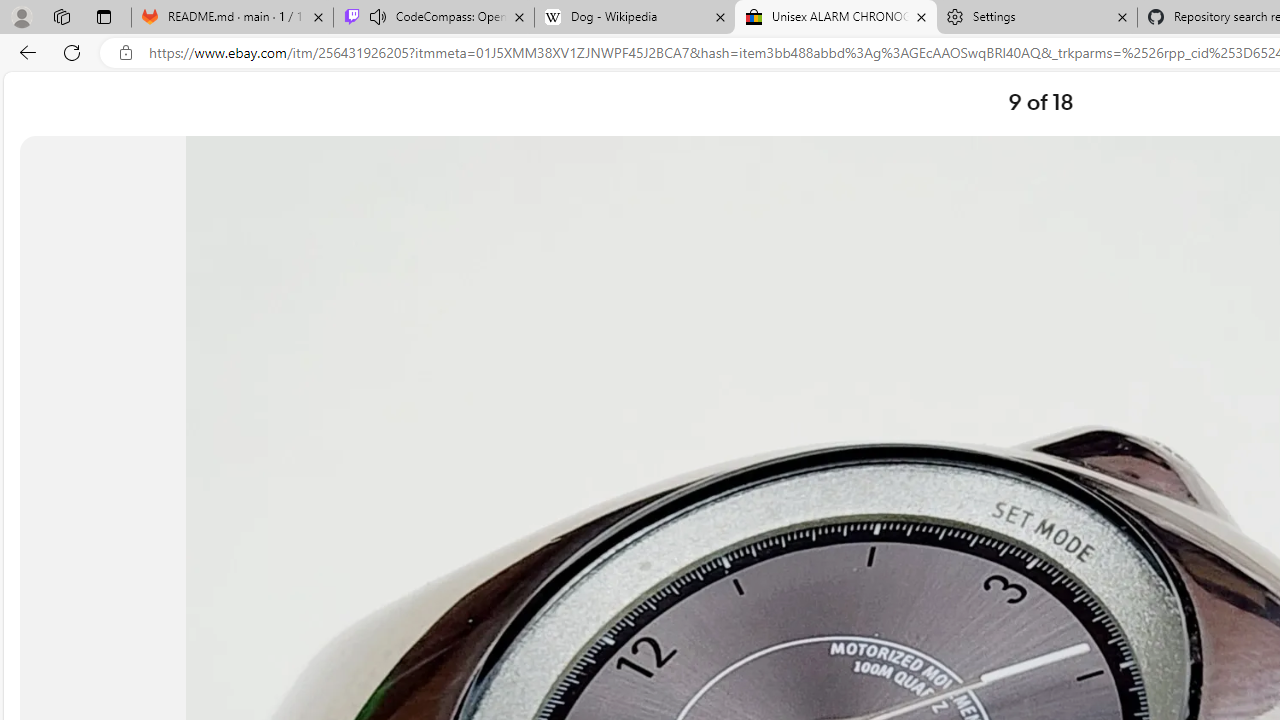  I want to click on 'Settings', so click(1036, 17).